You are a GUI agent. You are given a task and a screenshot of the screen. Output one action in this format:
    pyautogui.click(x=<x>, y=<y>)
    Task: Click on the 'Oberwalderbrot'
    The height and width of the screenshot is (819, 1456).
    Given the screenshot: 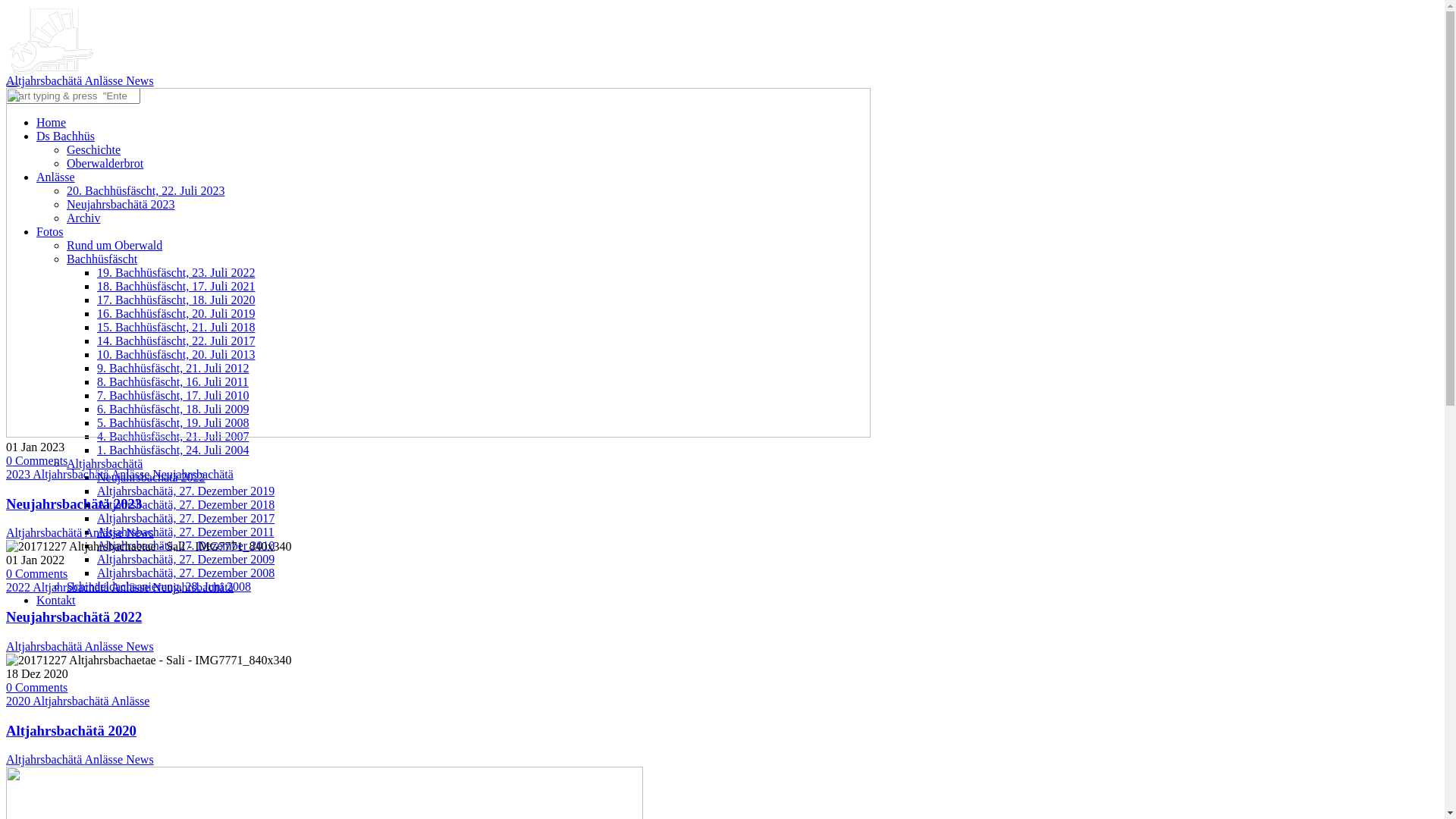 What is the action you would take?
    pyautogui.click(x=104, y=163)
    